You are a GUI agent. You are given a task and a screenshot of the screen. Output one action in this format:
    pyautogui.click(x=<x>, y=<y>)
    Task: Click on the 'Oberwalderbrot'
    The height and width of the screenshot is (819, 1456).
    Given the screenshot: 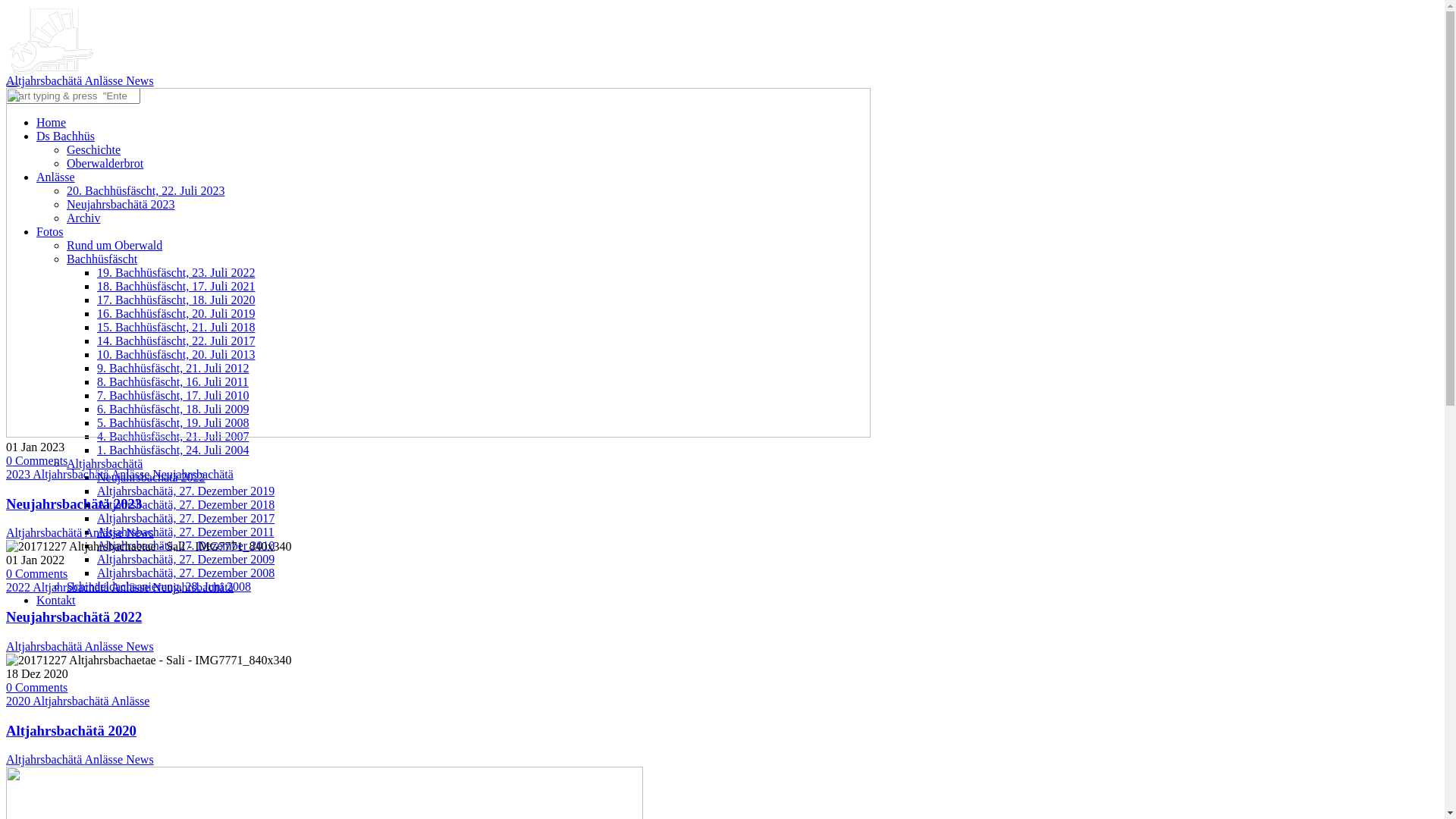 What is the action you would take?
    pyautogui.click(x=104, y=163)
    